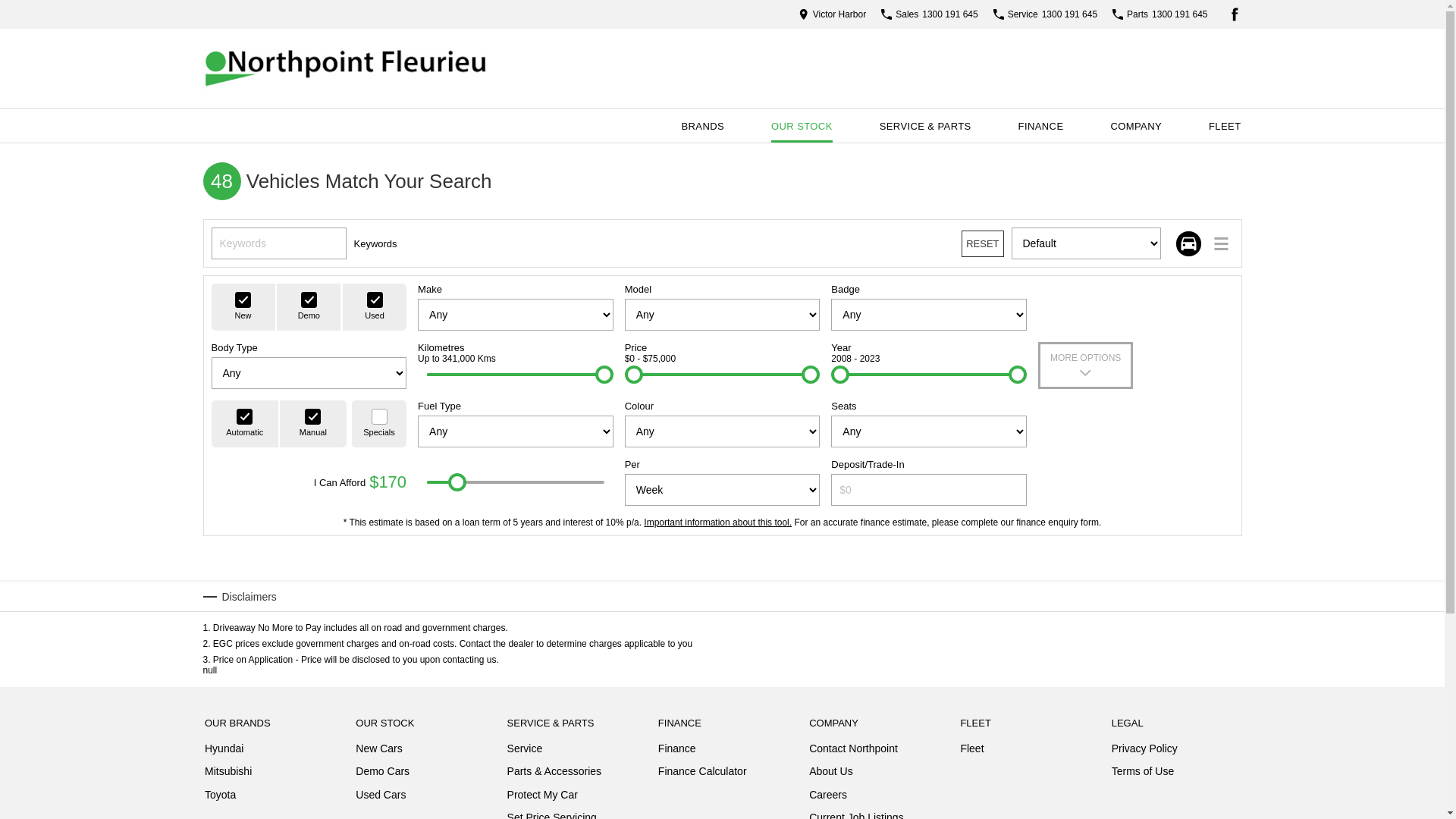  Describe the element at coordinates (1143, 771) in the screenshot. I see `'Terms of Use'` at that location.